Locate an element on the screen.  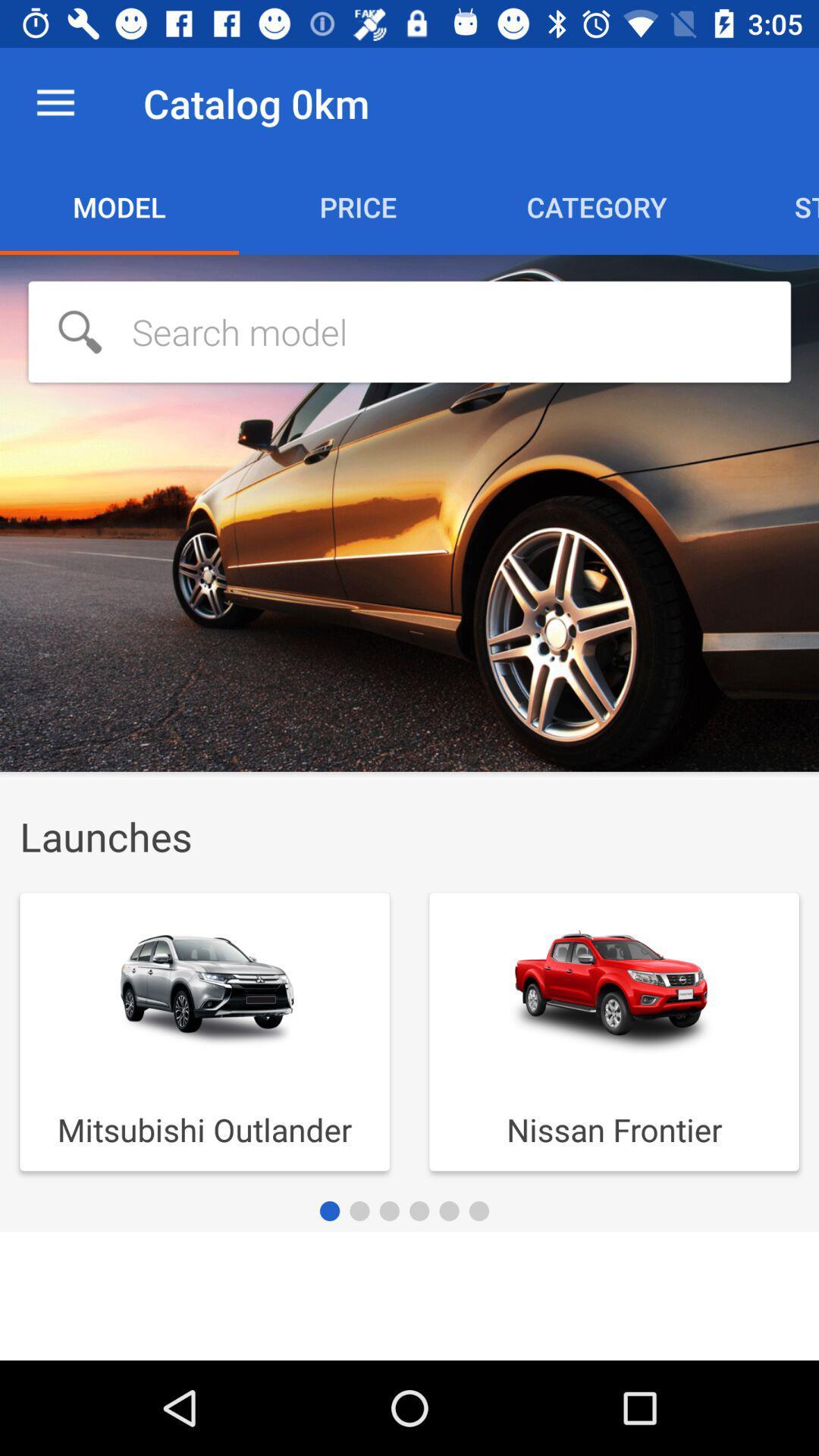
item below model icon is located at coordinates (409, 331).